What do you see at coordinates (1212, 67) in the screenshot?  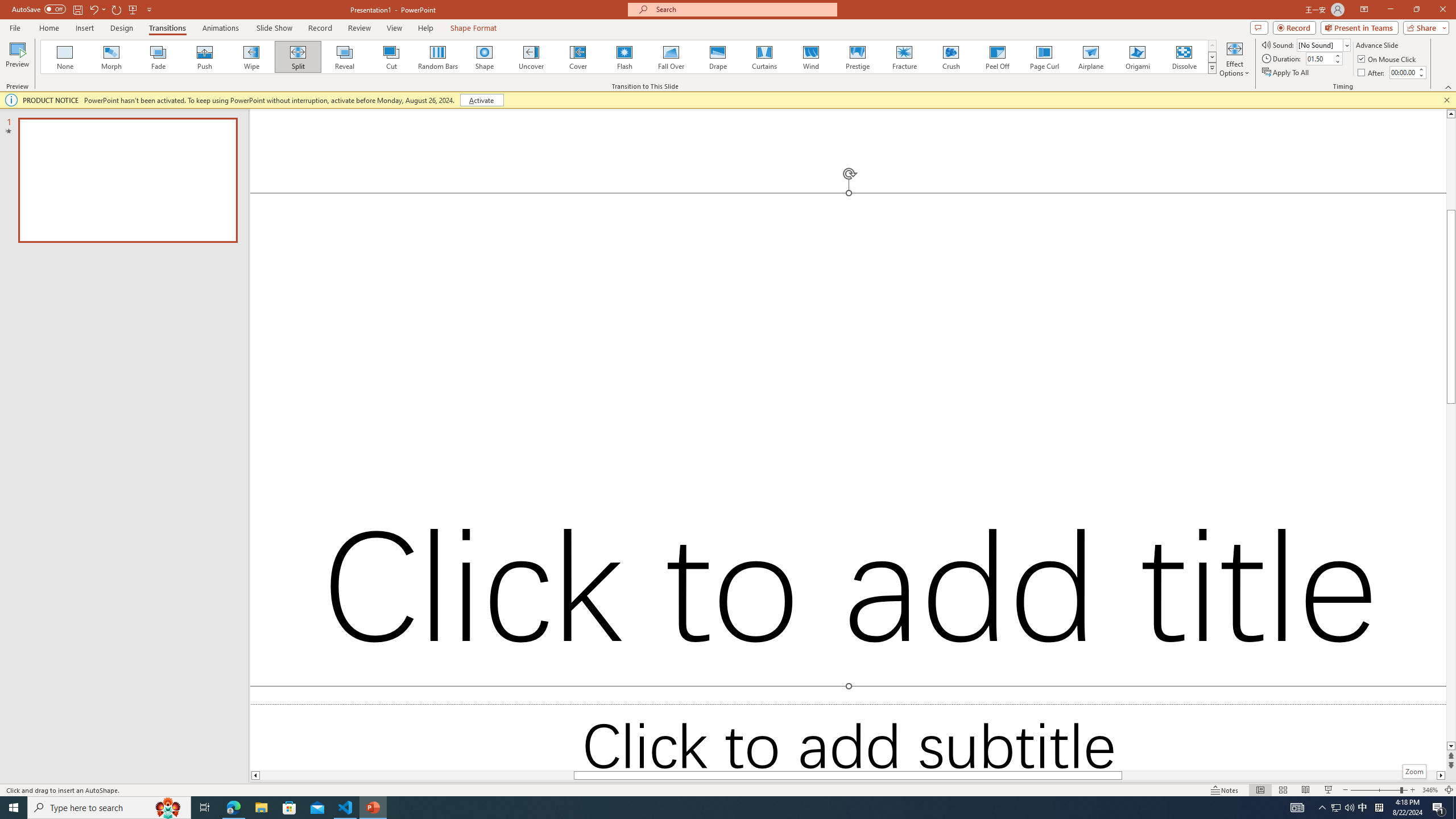 I see `'Transition Effects'` at bounding box center [1212, 67].